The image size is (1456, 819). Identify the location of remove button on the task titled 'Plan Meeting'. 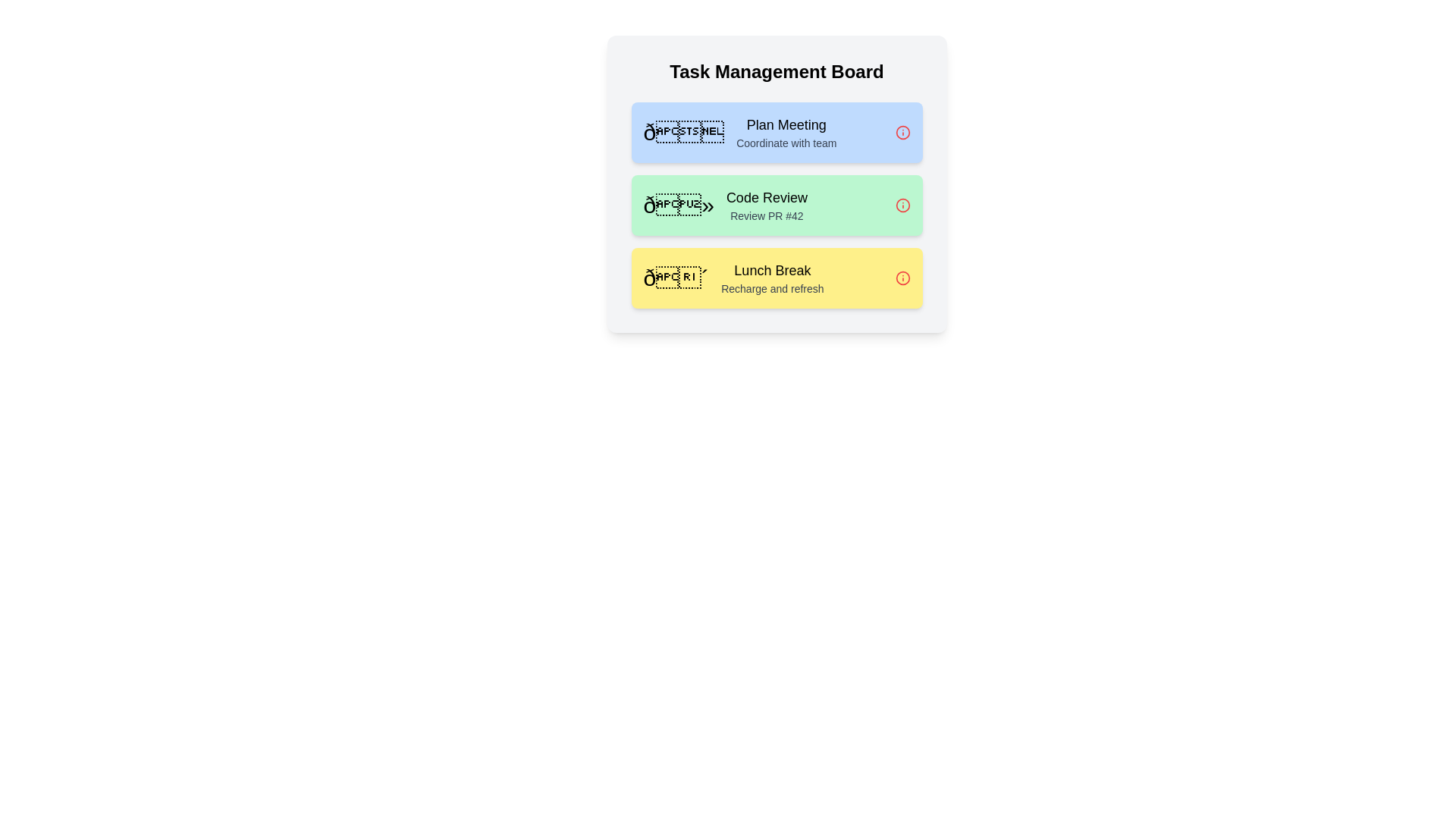
(902, 131).